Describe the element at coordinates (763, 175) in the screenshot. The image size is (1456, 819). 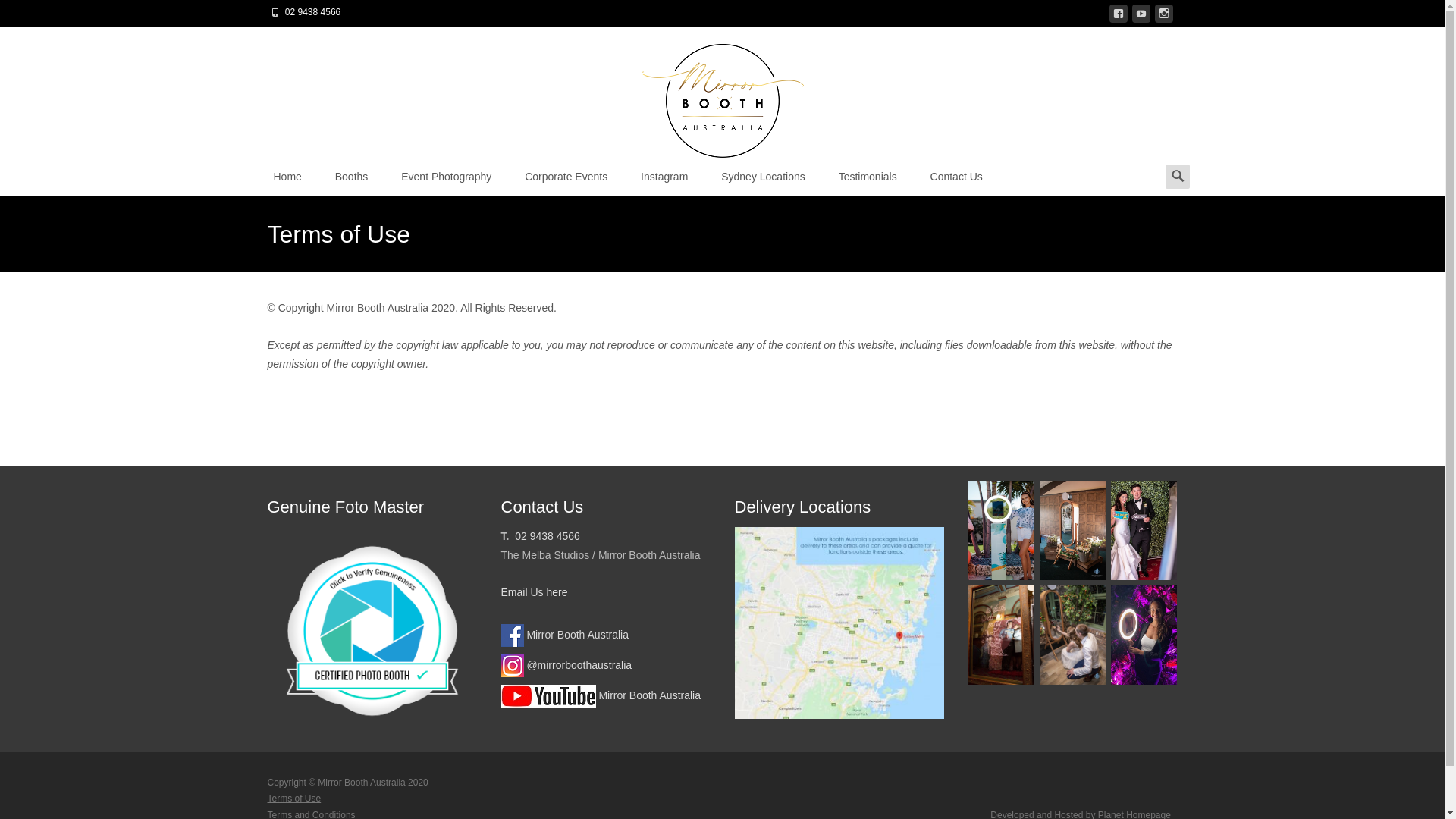
I see `'Sydney Locations'` at that location.